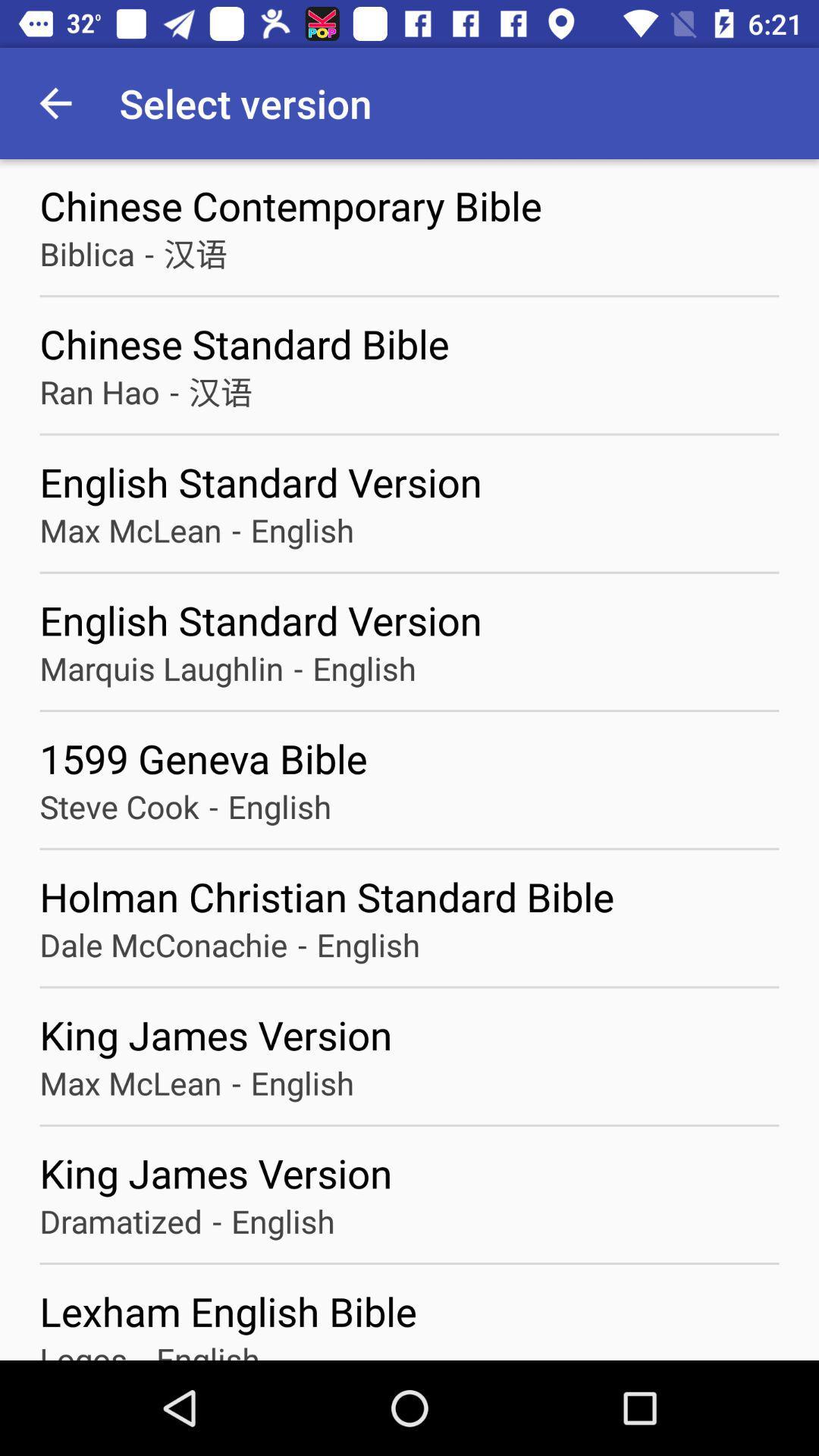 This screenshot has width=819, height=1456. Describe the element at coordinates (164, 943) in the screenshot. I see `the item above the king james version icon` at that location.